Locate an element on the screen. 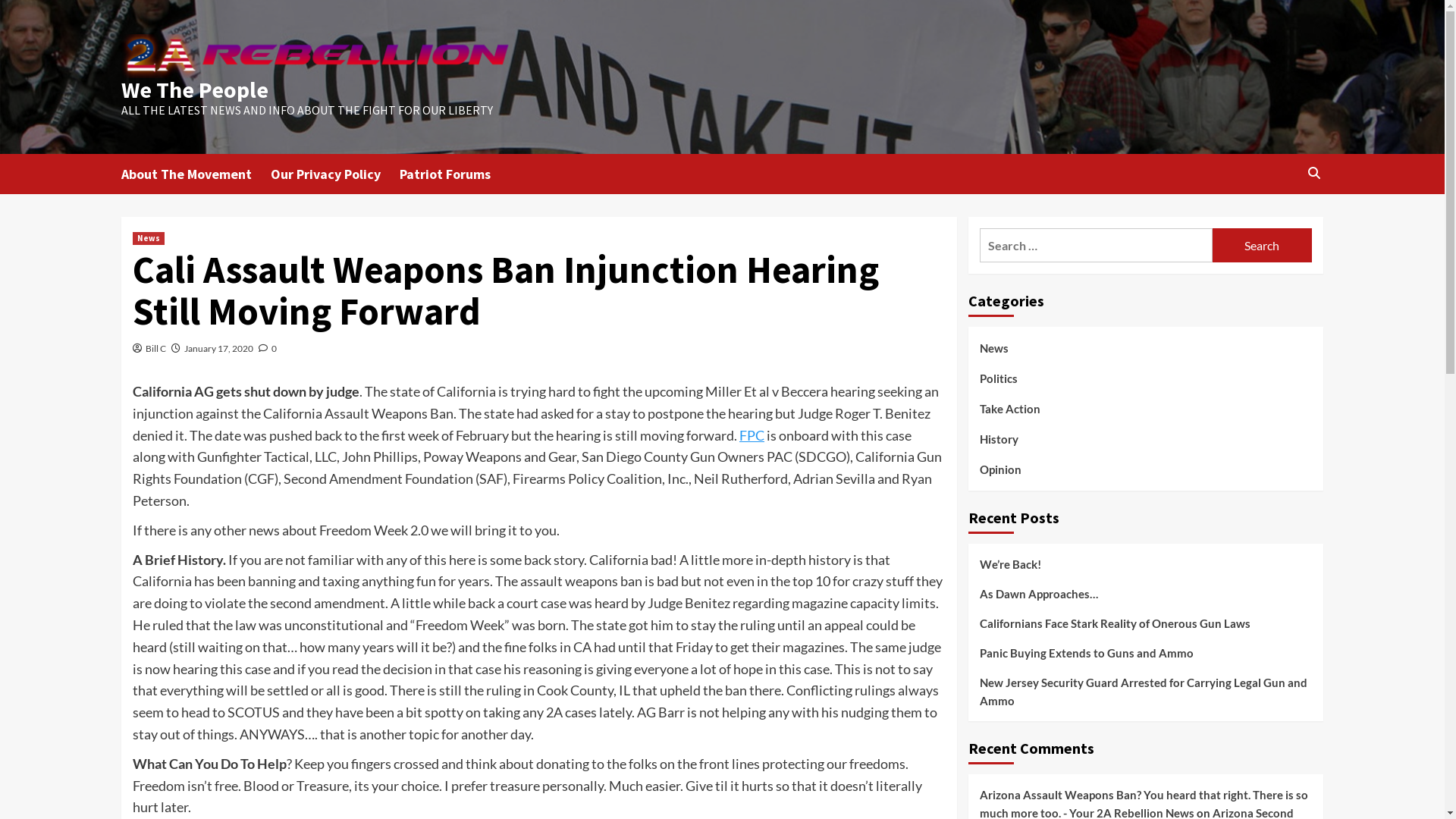 This screenshot has width=1456, height=819. 'Patriot Forums' is located at coordinates (453, 173).